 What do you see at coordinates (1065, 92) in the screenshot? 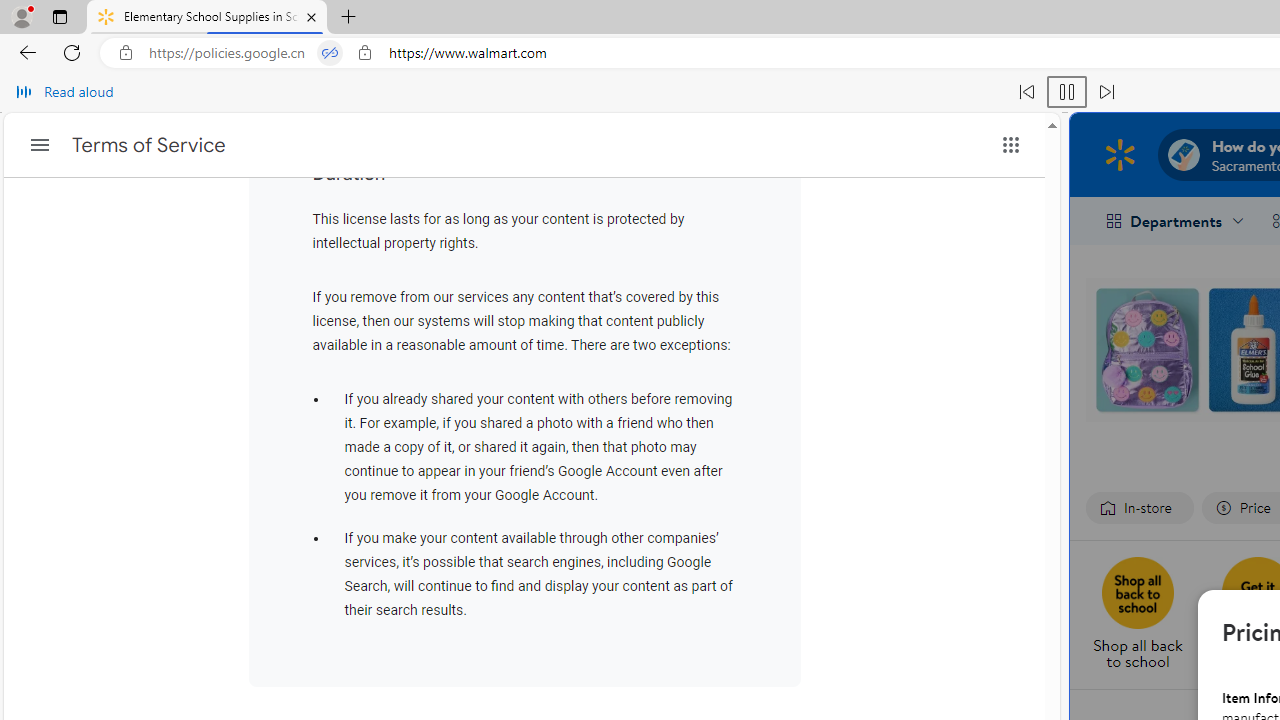
I see `'Pause read aloud (Ctrl+Shift+U)'` at bounding box center [1065, 92].